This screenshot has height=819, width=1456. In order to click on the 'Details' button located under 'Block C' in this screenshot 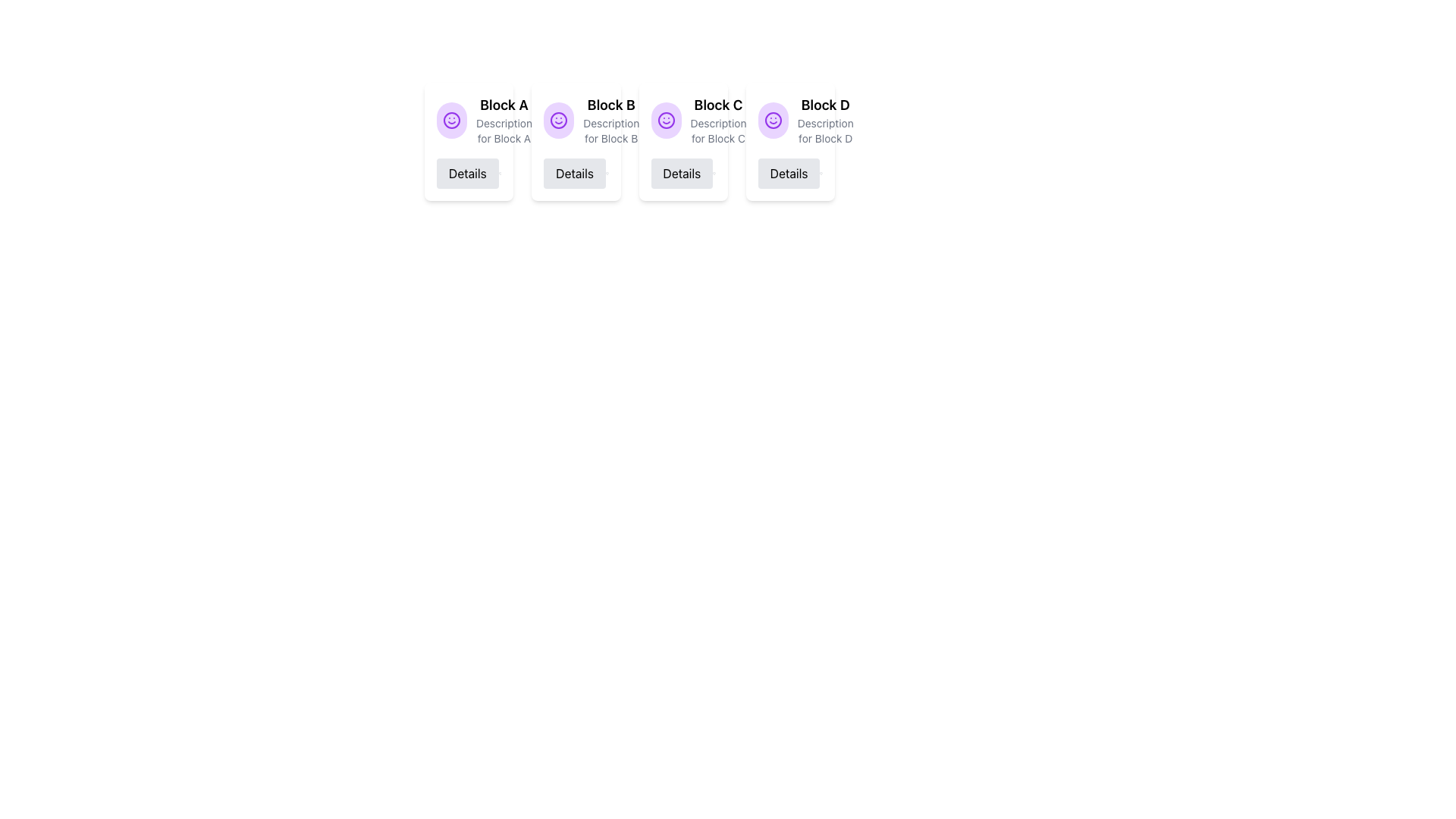, I will do `click(680, 172)`.